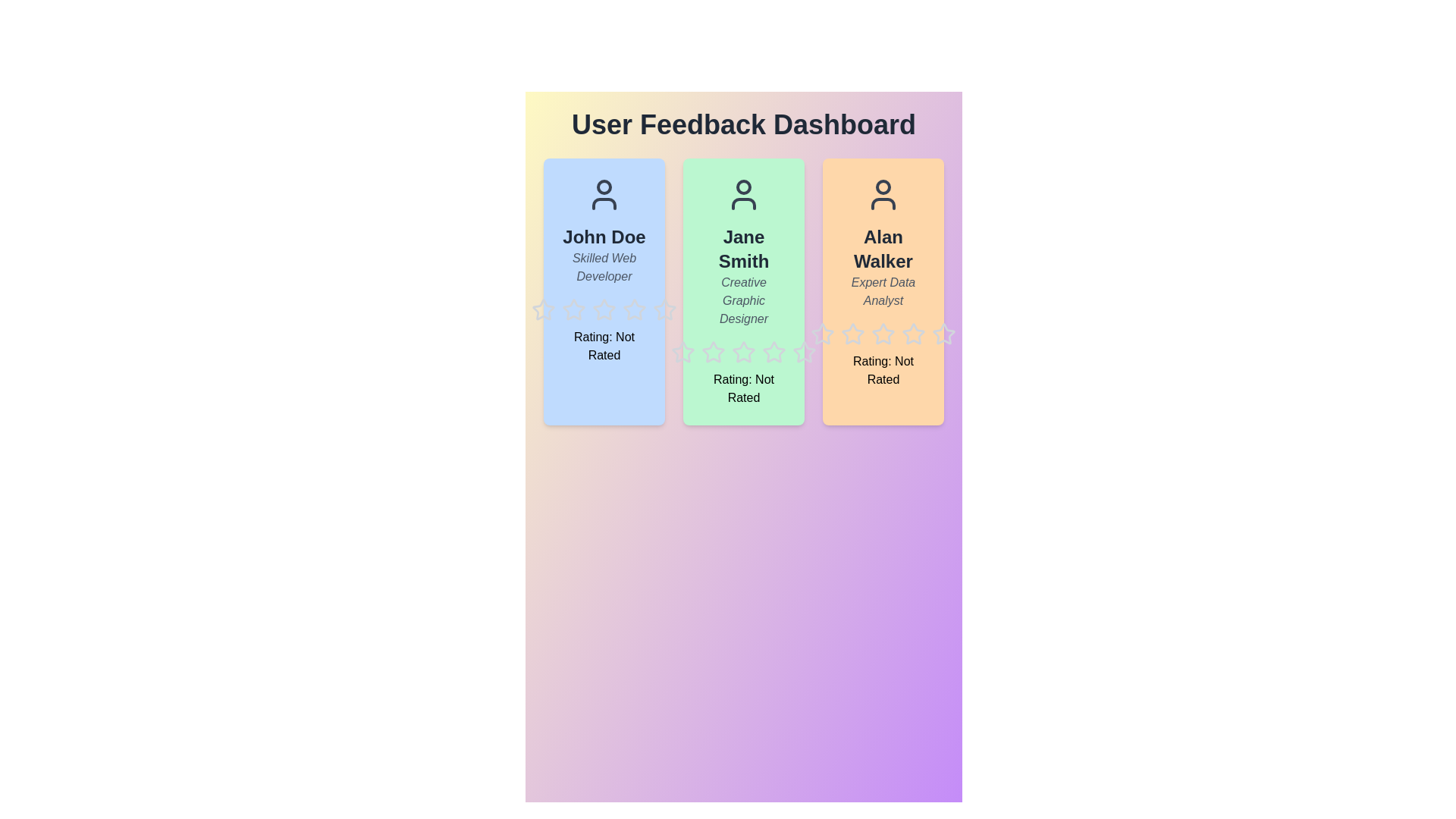 The width and height of the screenshot is (1456, 819). What do you see at coordinates (871, 321) in the screenshot?
I see `the star icon corresponding to 3 for user Alan Walker` at bounding box center [871, 321].